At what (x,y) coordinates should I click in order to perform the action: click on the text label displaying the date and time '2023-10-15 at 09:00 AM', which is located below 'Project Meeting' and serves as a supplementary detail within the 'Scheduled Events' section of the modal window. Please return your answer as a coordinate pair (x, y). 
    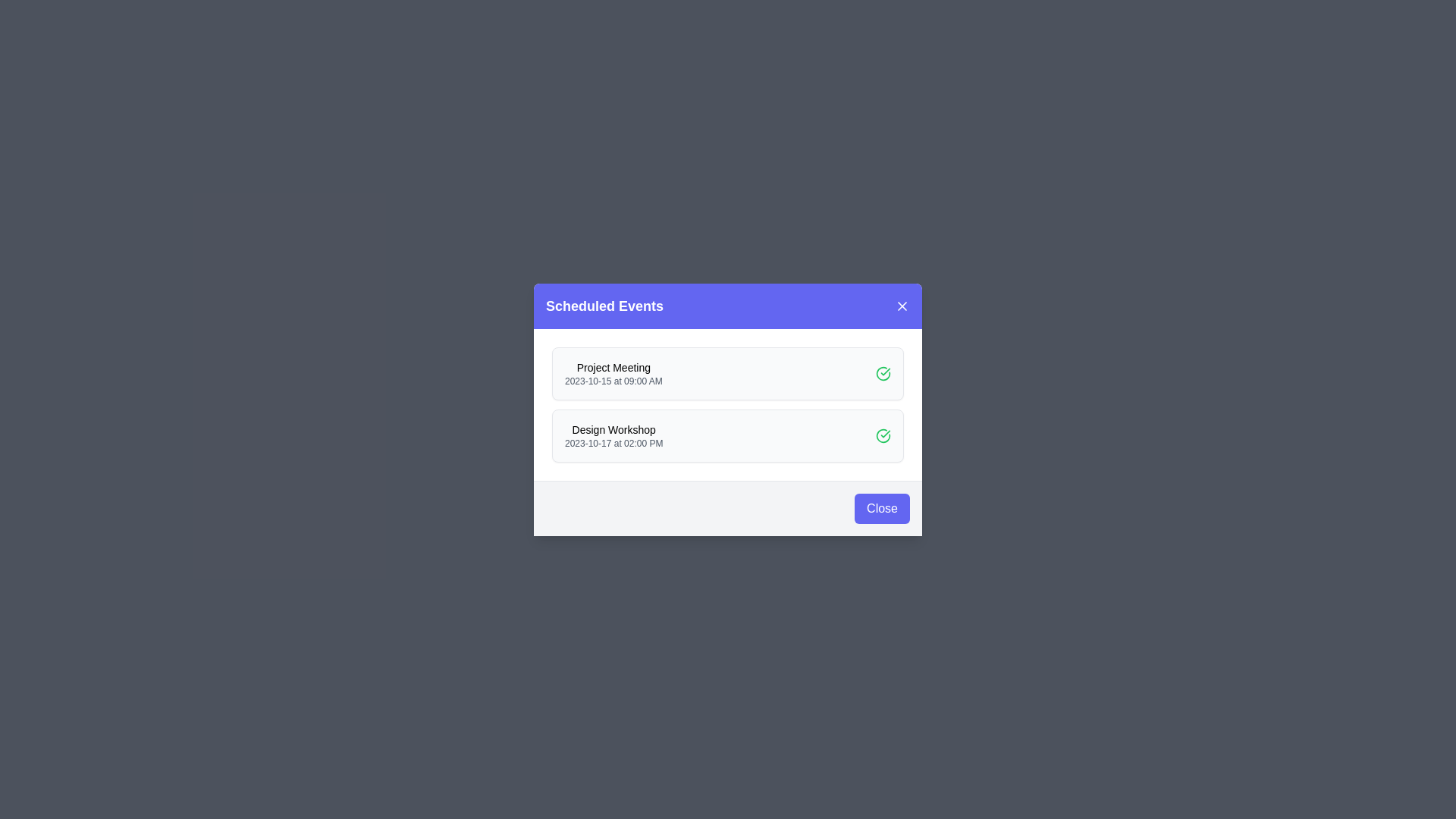
    Looking at the image, I should click on (613, 380).